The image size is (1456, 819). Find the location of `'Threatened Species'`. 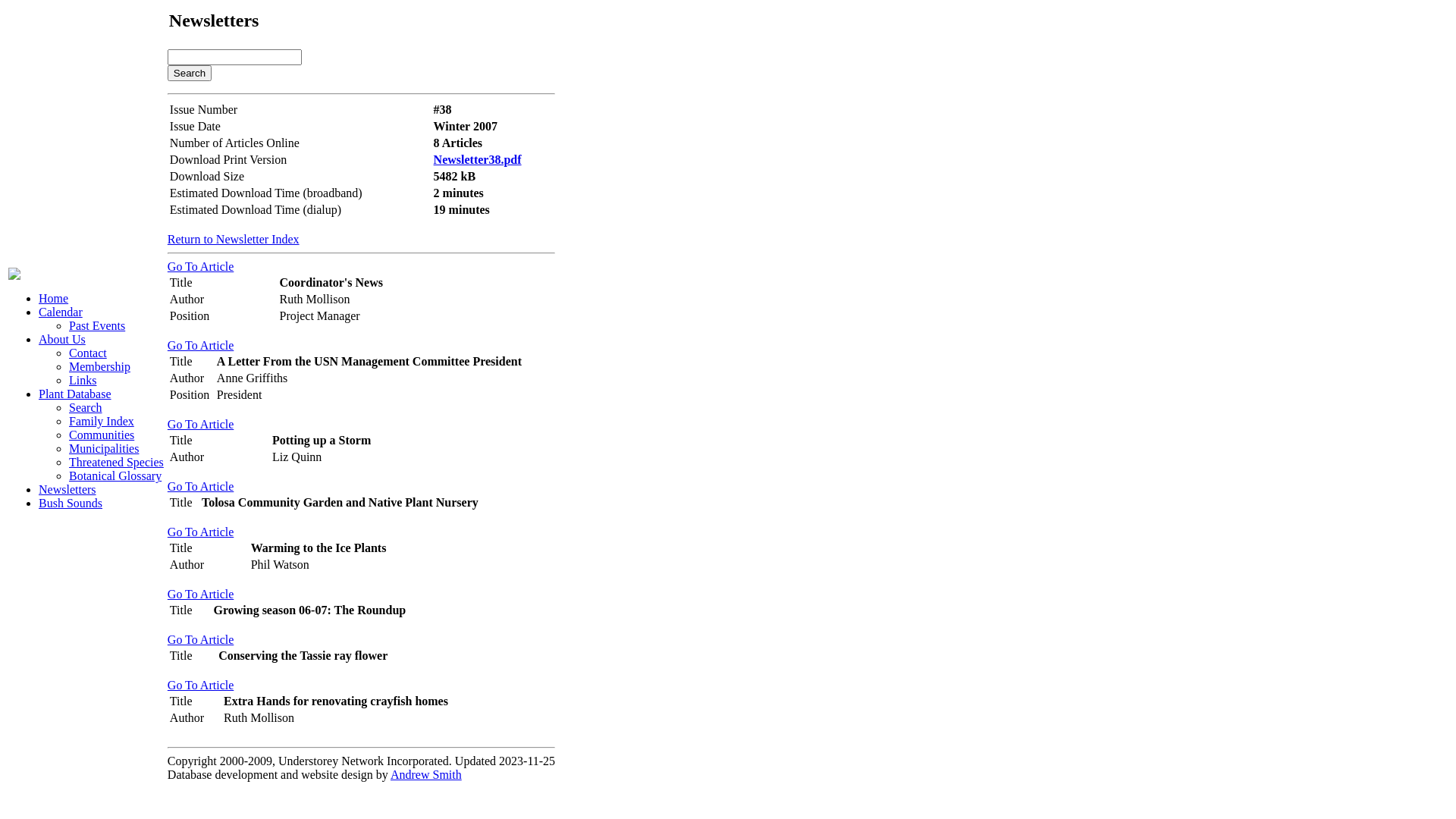

'Threatened Species' is located at coordinates (115, 461).